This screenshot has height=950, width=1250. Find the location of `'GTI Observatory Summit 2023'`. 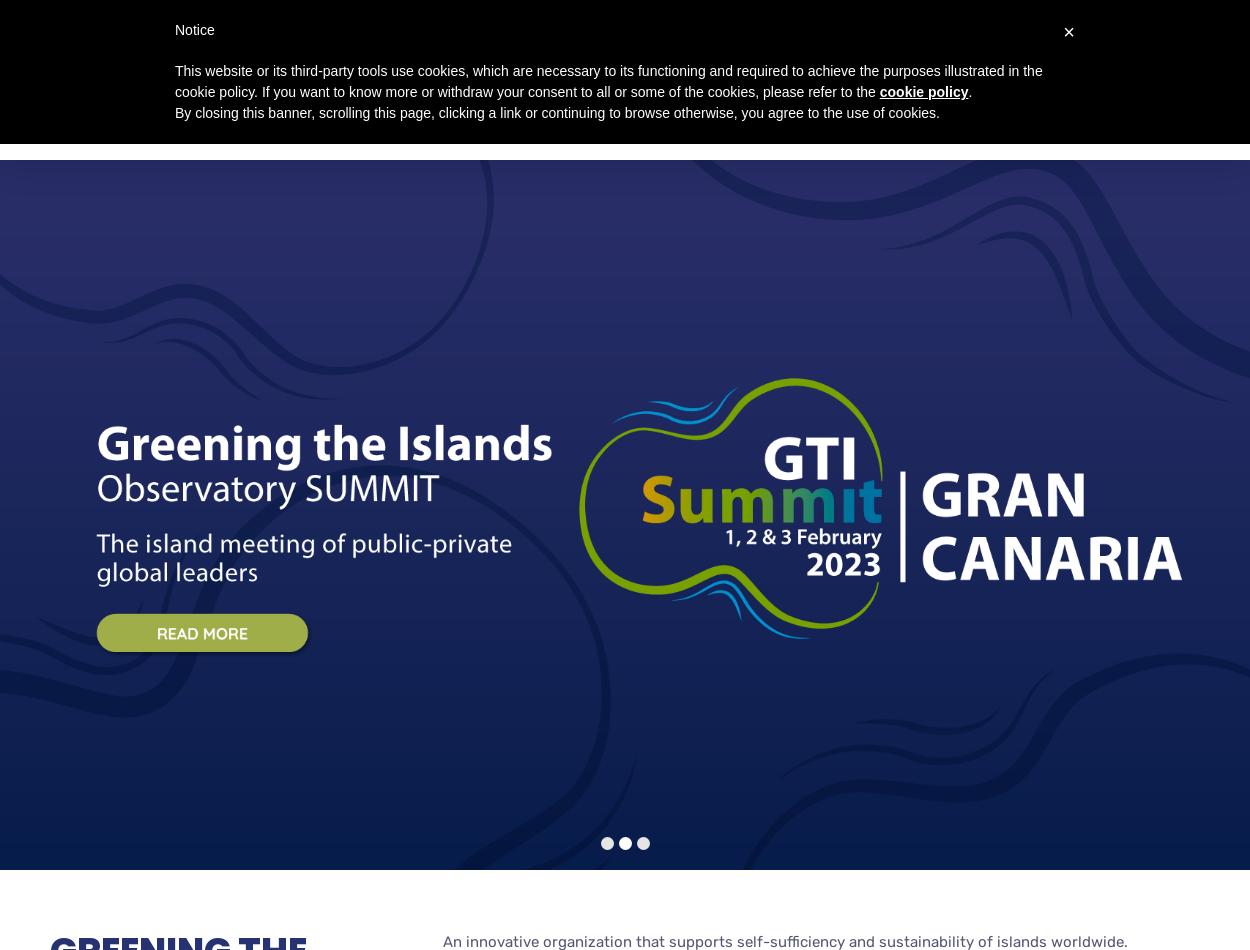

'GTI Observatory Summit 2023' is located at coordinates (621, 152).